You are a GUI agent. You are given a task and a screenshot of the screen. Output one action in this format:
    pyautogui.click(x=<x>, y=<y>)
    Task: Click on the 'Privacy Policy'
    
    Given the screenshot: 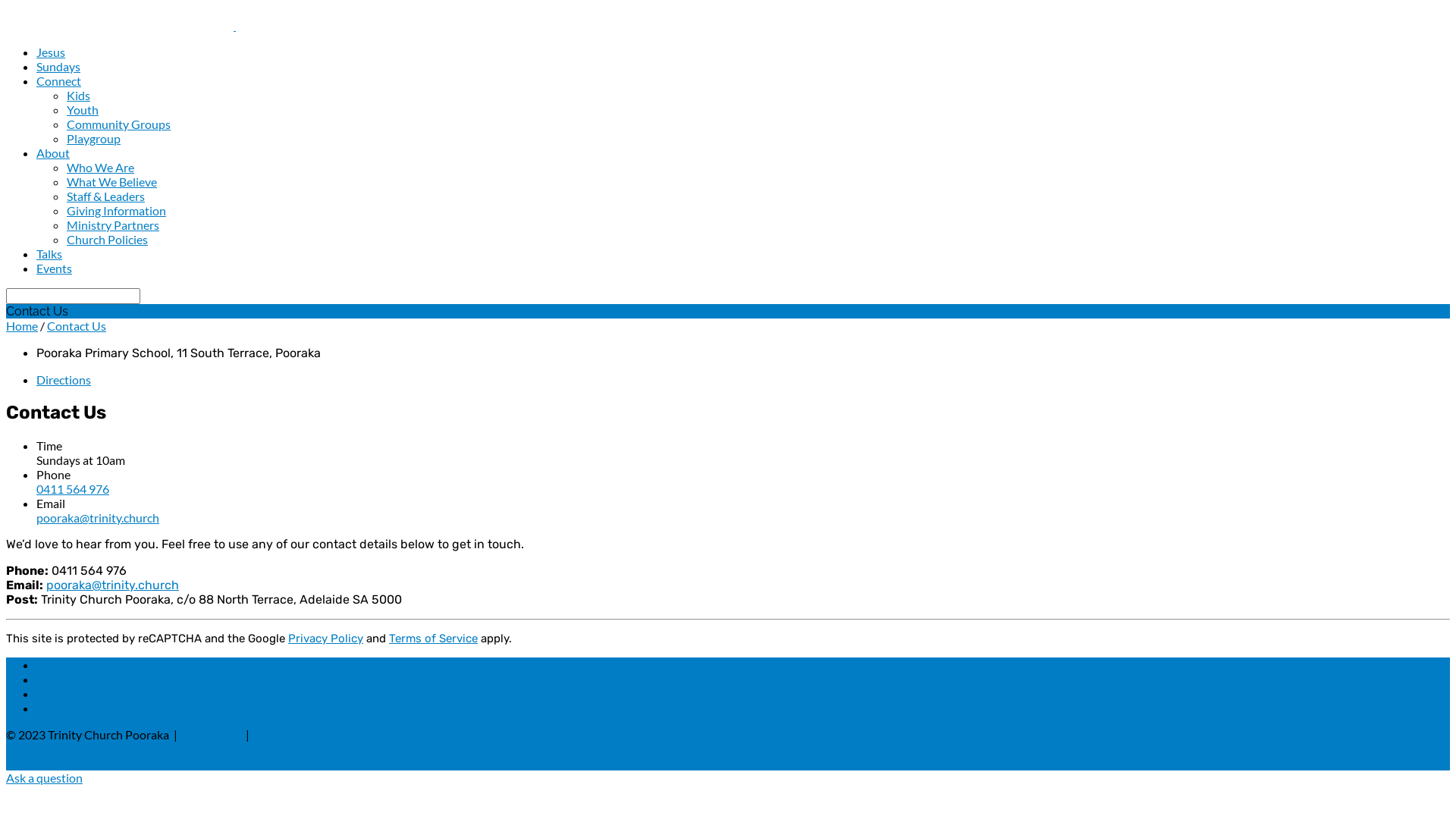 What is the action you would take?
    pyautogui.click(x=325, y=638)
    